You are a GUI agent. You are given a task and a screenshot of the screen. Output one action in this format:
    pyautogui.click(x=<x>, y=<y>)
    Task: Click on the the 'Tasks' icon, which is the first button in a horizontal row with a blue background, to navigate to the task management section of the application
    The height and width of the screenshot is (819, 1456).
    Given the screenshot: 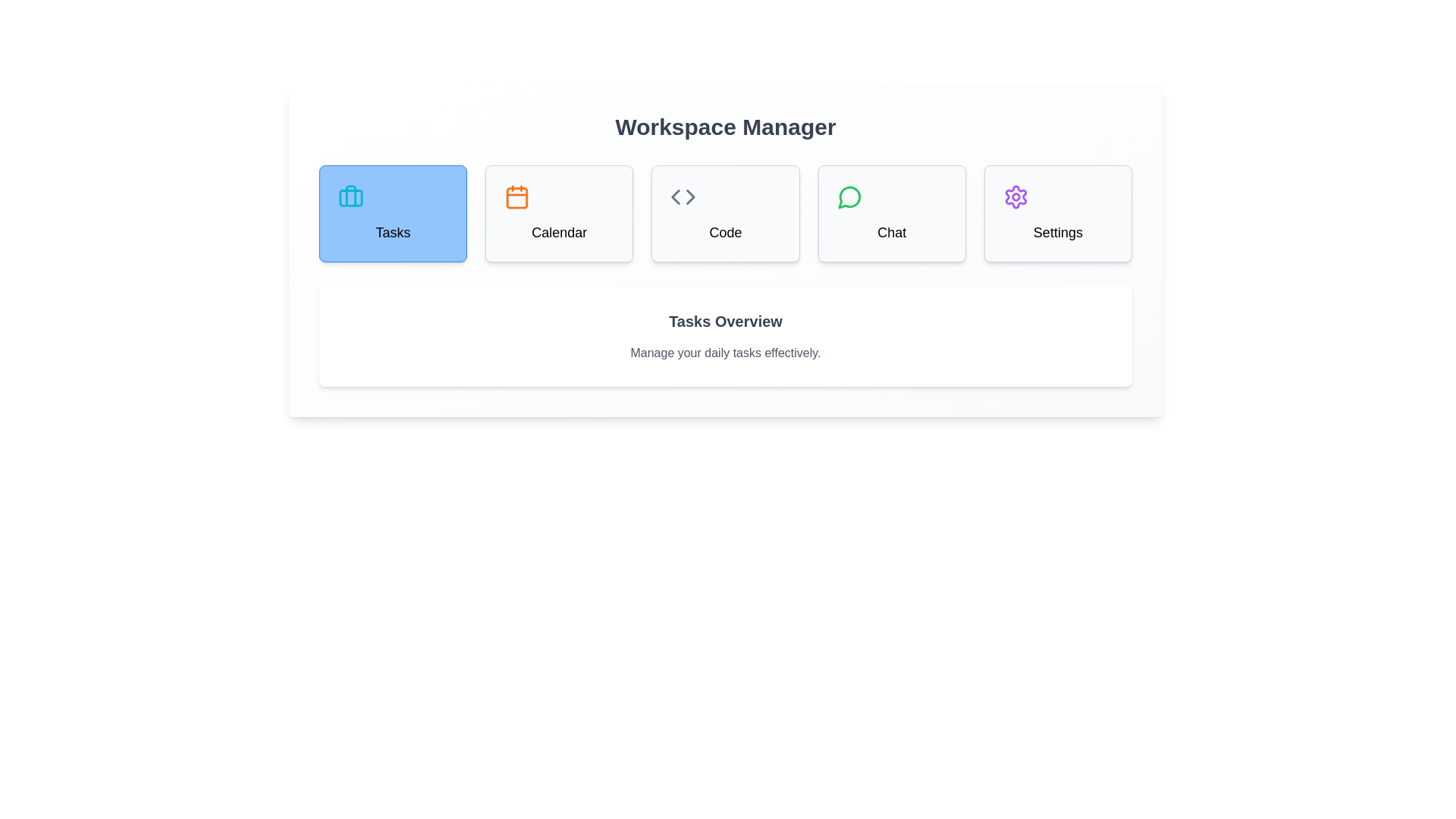 What is the action you would take?
    pyautogui.click(x=350, y=196)
    